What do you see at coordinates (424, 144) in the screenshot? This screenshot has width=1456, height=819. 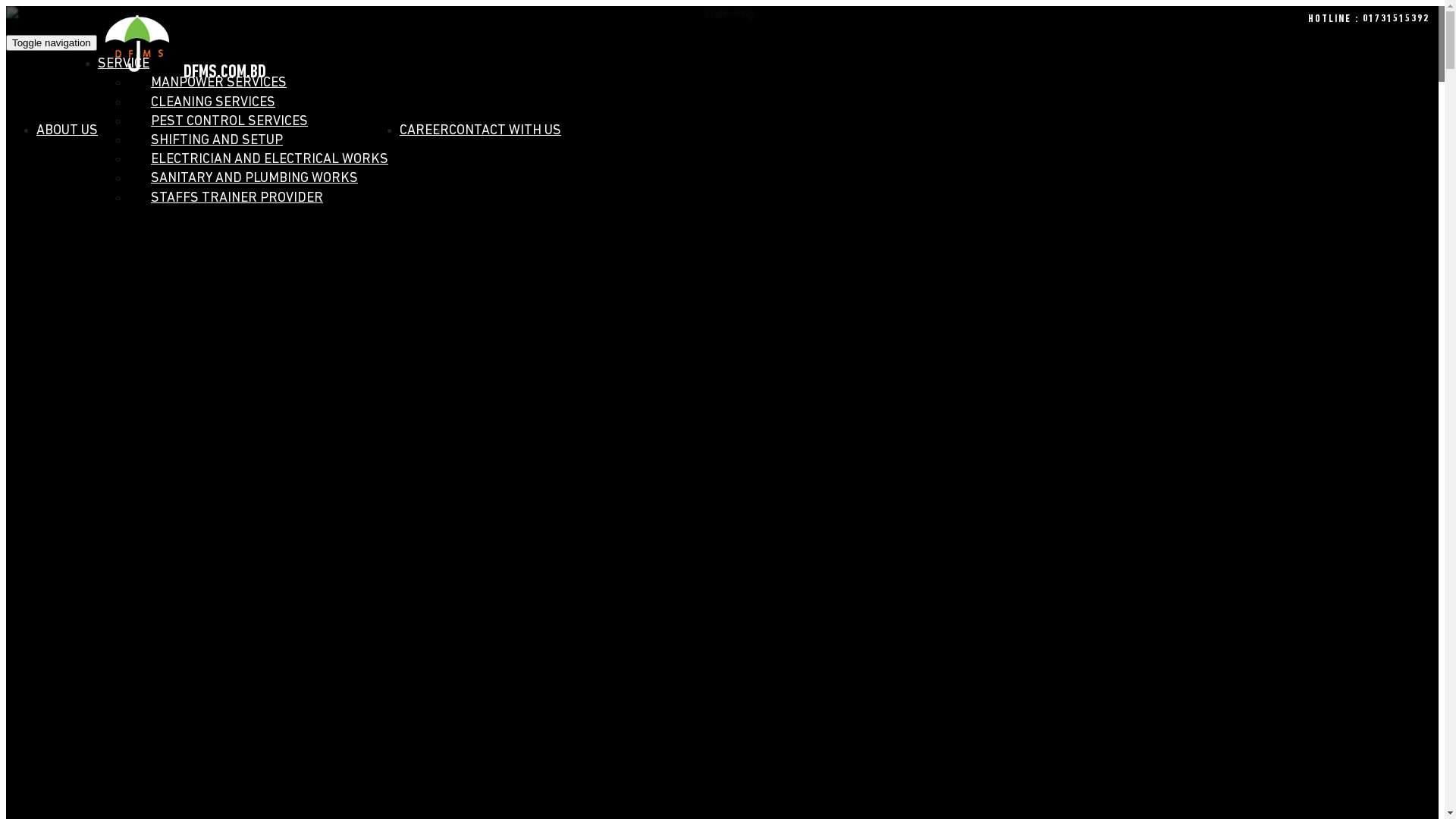 I see `'CAREER'` at bounding box center [424, 144].